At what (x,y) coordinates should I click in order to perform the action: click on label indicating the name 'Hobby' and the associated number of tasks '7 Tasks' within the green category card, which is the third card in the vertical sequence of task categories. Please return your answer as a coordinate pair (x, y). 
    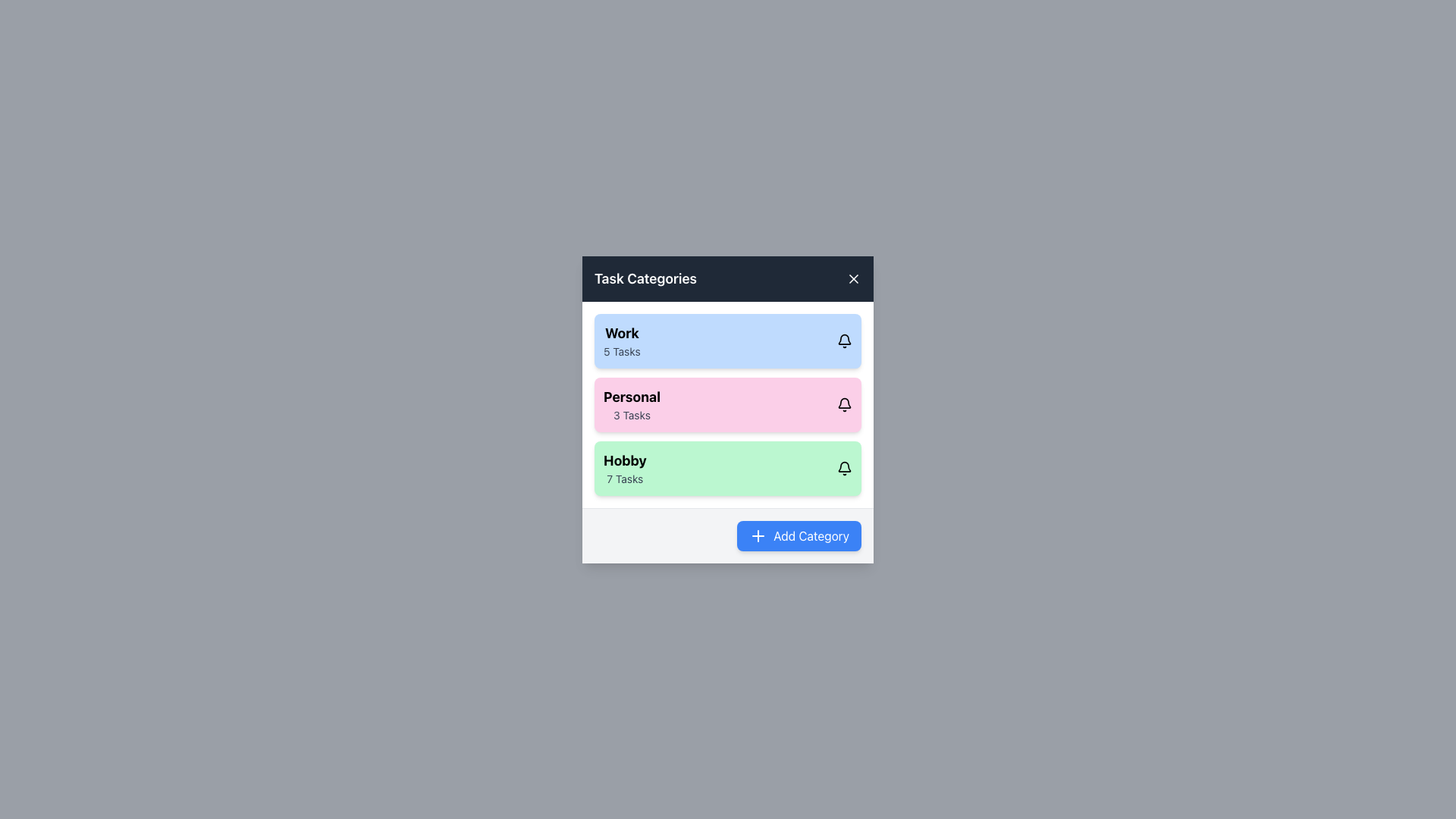
    Looking at the image, I should click on (625, 467).